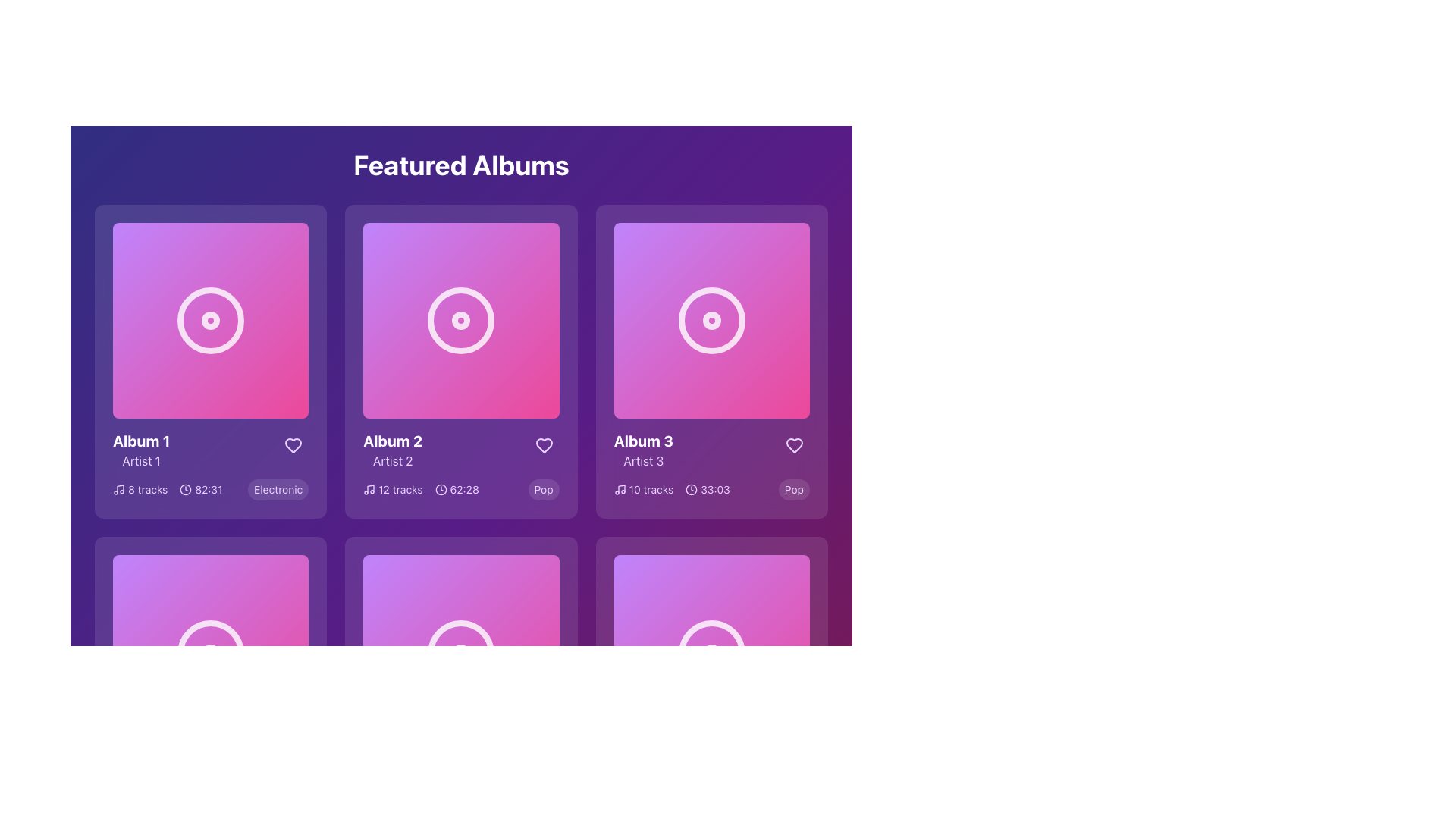  What do you see at coordinates (460, 320) in the screenshot?
I see `the album icon representing 'Album 2' by 'Artist 2'` at bounding box center [460, 320].